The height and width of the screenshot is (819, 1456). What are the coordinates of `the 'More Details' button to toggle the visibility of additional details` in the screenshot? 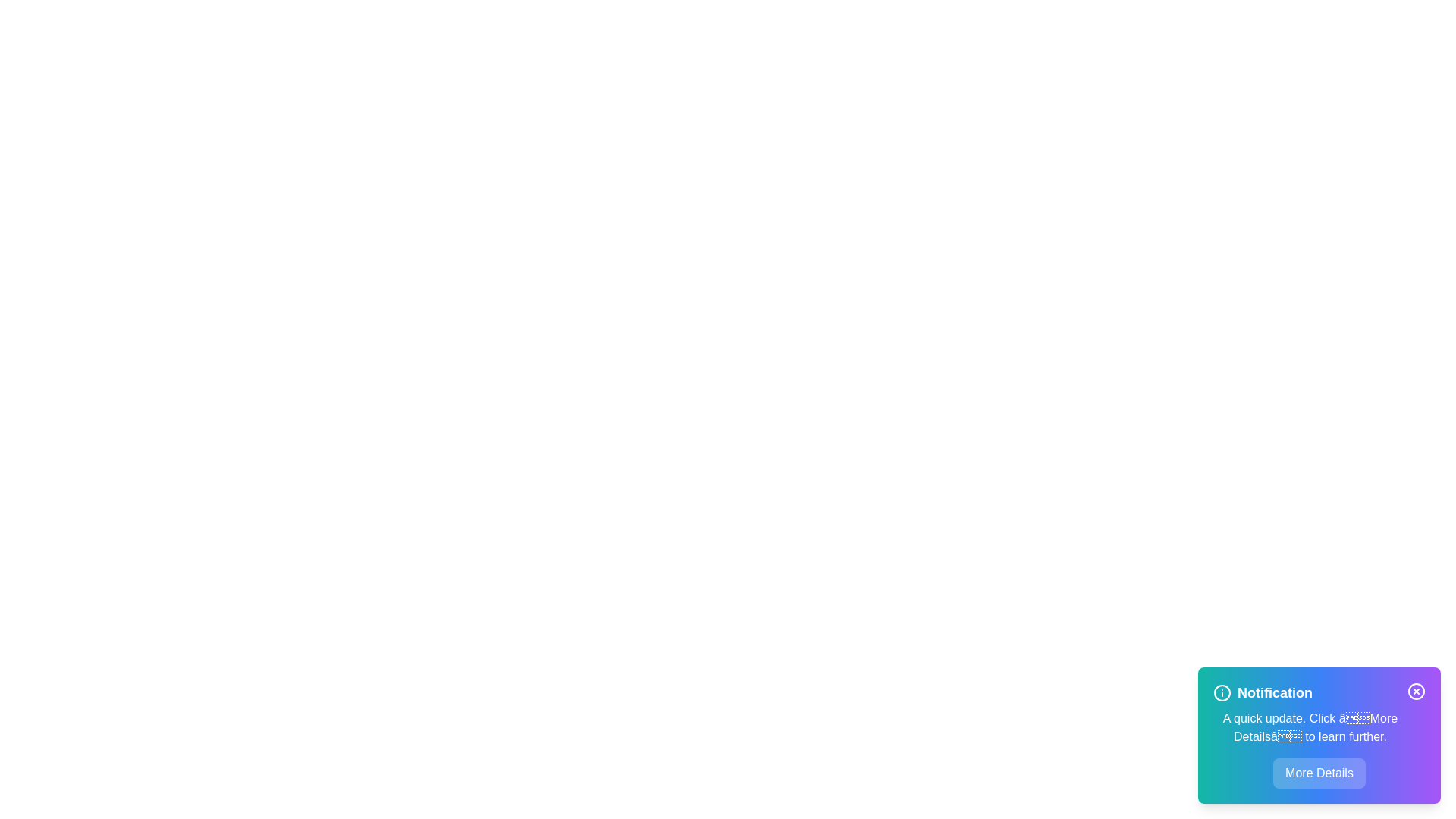 It's located at (1318, 773).